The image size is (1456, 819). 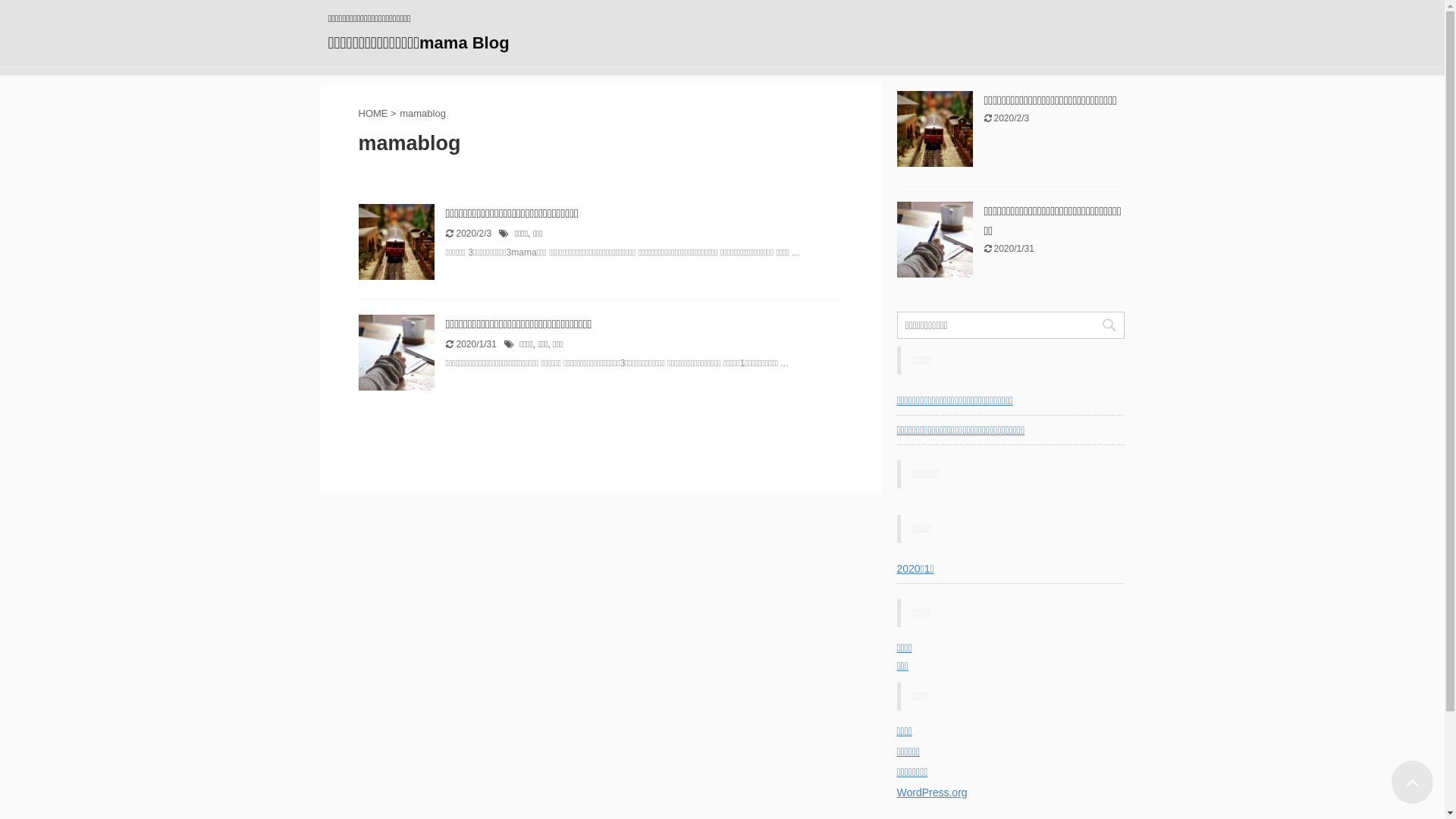 I want to click on 'HOME', so click(x=372, y=112).